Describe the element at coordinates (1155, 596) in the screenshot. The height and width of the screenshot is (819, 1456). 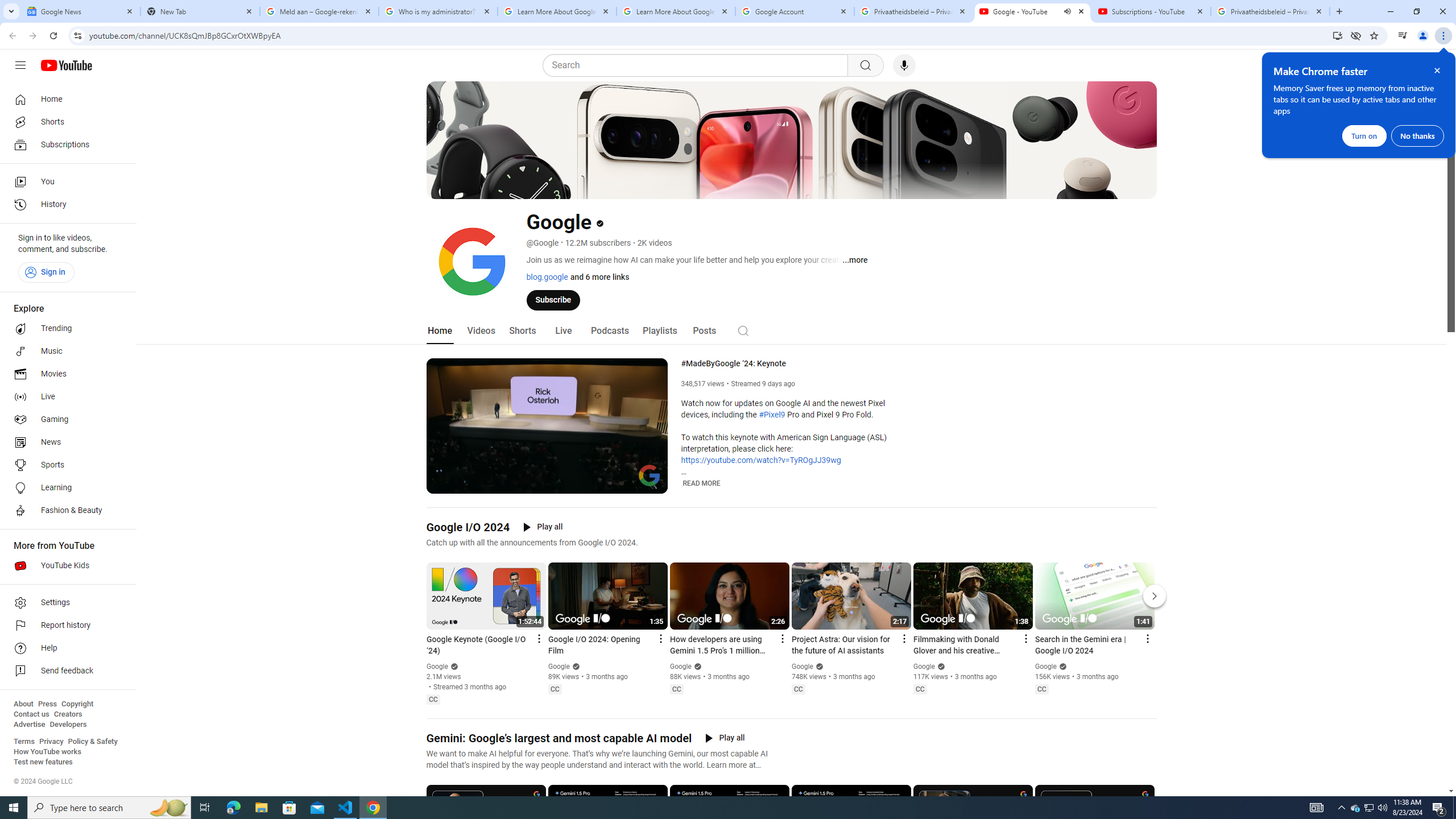
I see `'Next'` at that location.